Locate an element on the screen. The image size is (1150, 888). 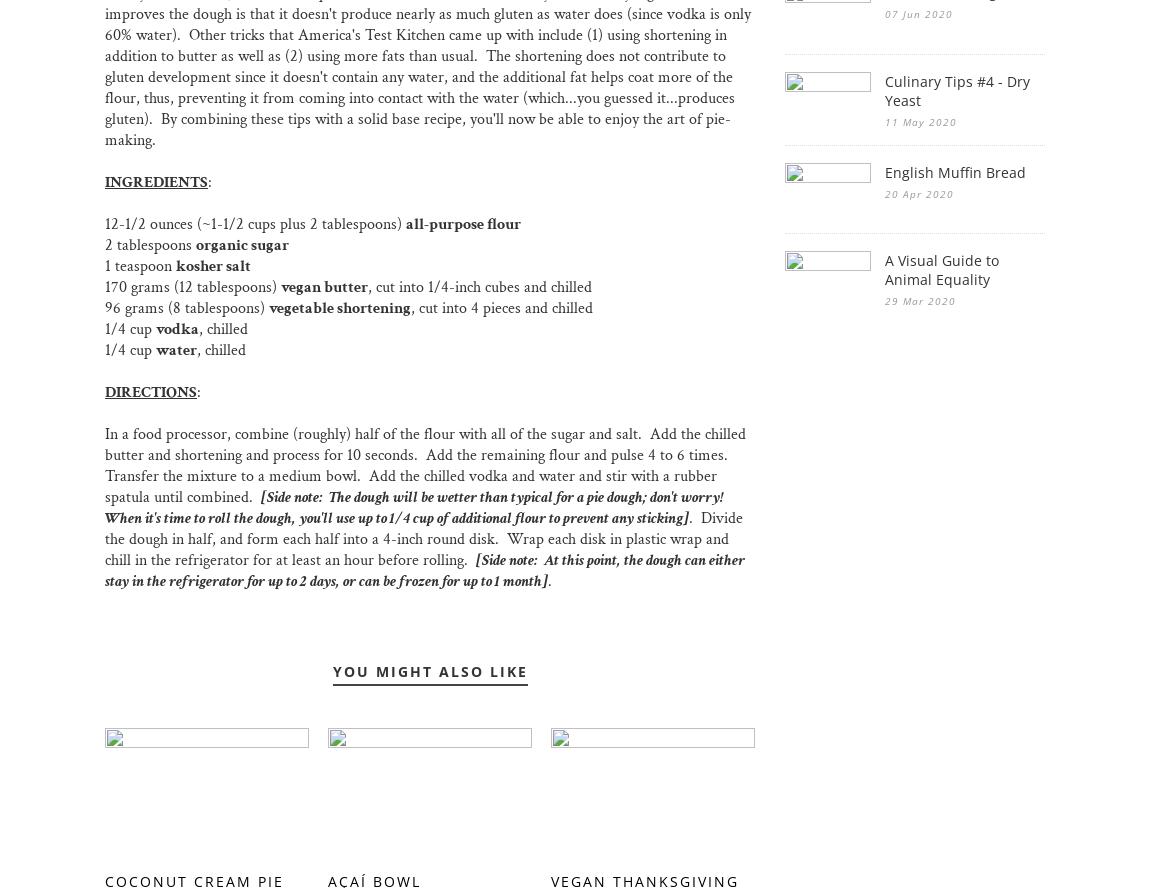
'all-purpose flour' is located at coordinates (463, 224).